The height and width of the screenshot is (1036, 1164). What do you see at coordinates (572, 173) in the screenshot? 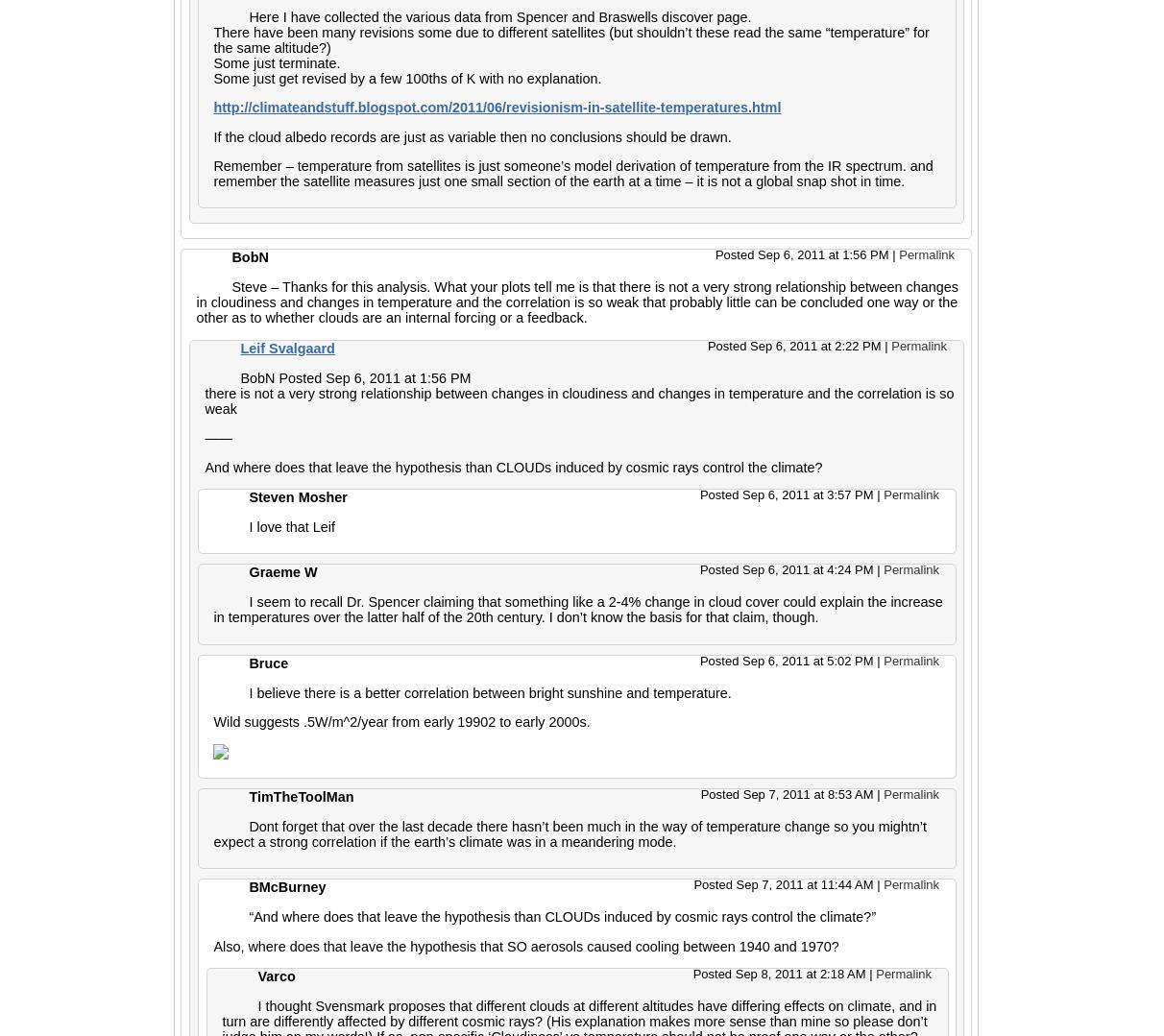
I see `'Remember – temperature from satellites is just someone’s model derivation of temperature from the IR spectrum. and remember the satellite measures just one small section of the earth at a time – it is not a global snap shot in time.'` at bounding box center [572, 173].